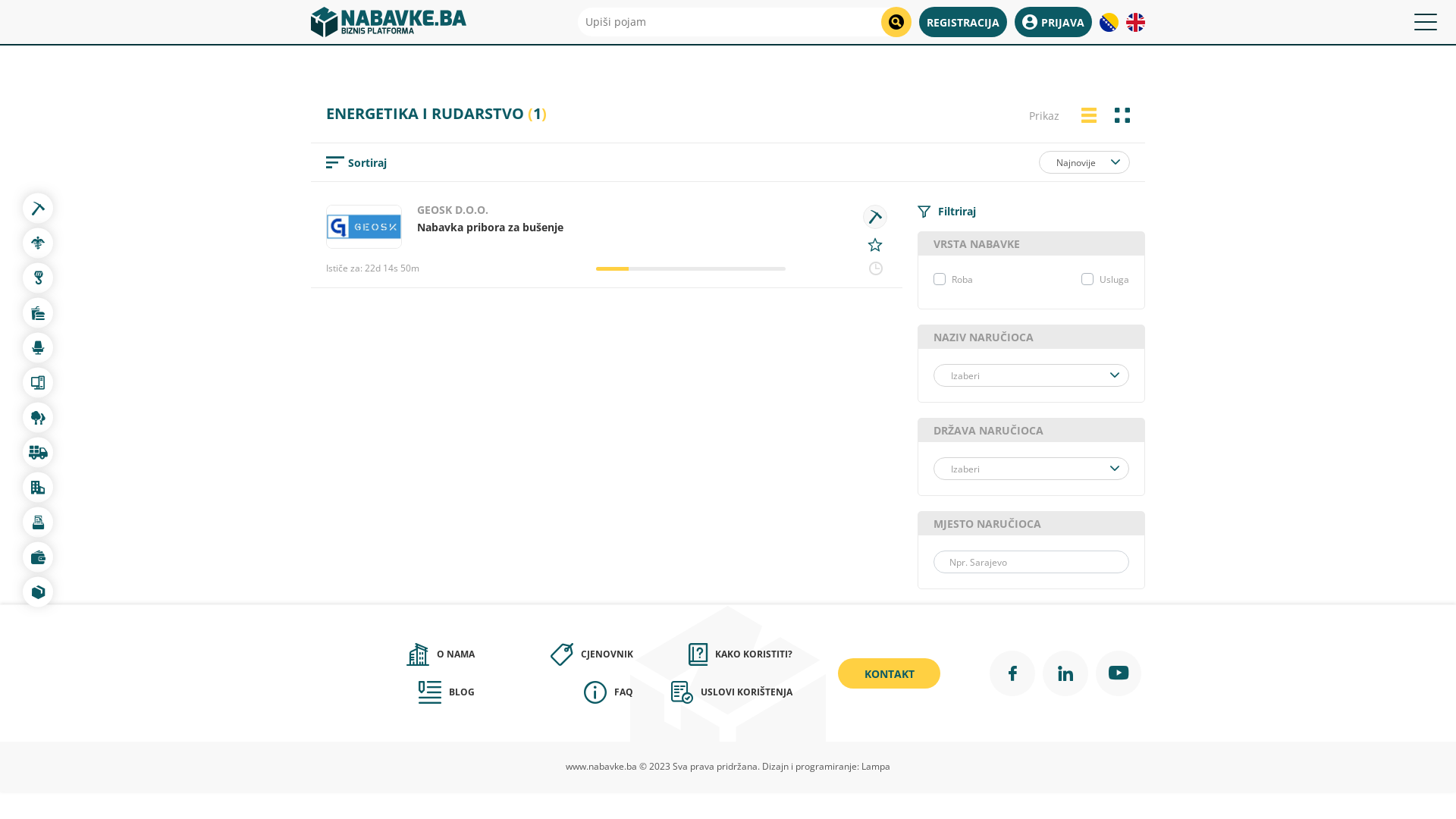 This screenshot has width=1456, height=819. Describe the element at coordinates (395, 692) in the screenshot. I see `'BLOG'` at that location.